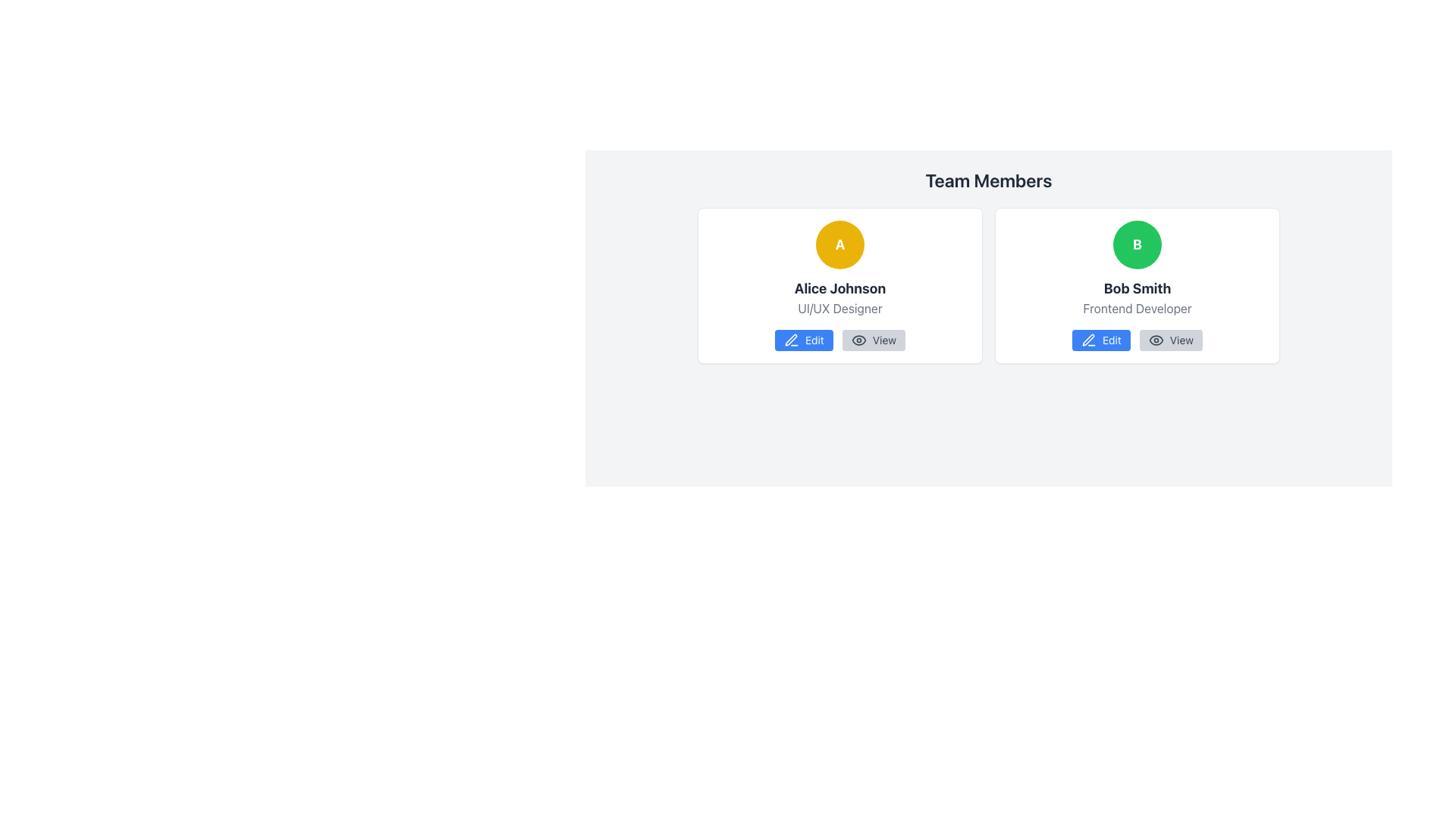 This screenshot has height=819, width=1456. I want to click on the 'View' button located in the bottom section of the profile card for 'Alice Johnson UI/UX Designer', so click(839, 339).